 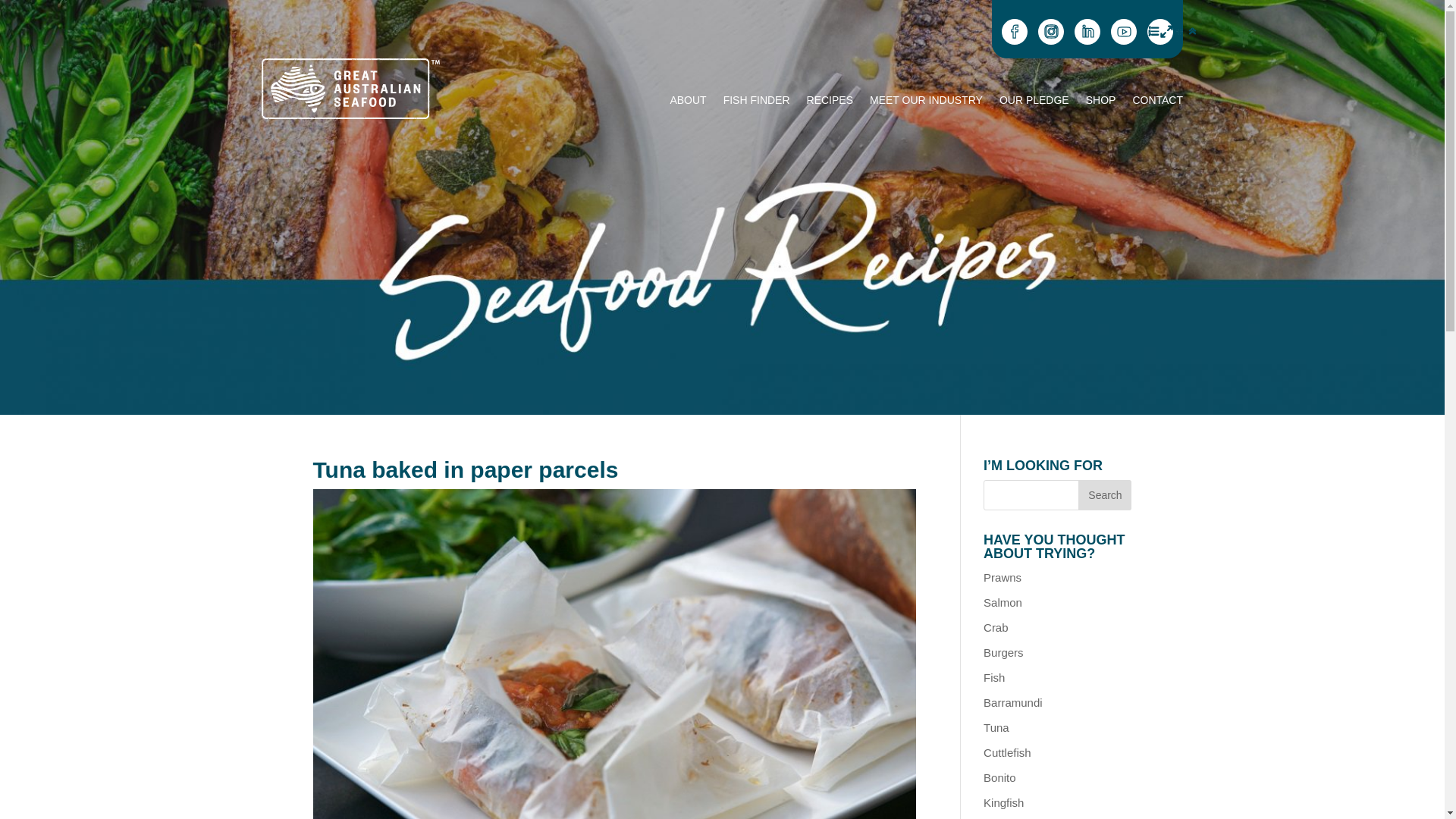 What do you see at coordinates (1007, 752) in the screenshot?
I see `'Cuttlefish'` at bounding box center [1007, 752].